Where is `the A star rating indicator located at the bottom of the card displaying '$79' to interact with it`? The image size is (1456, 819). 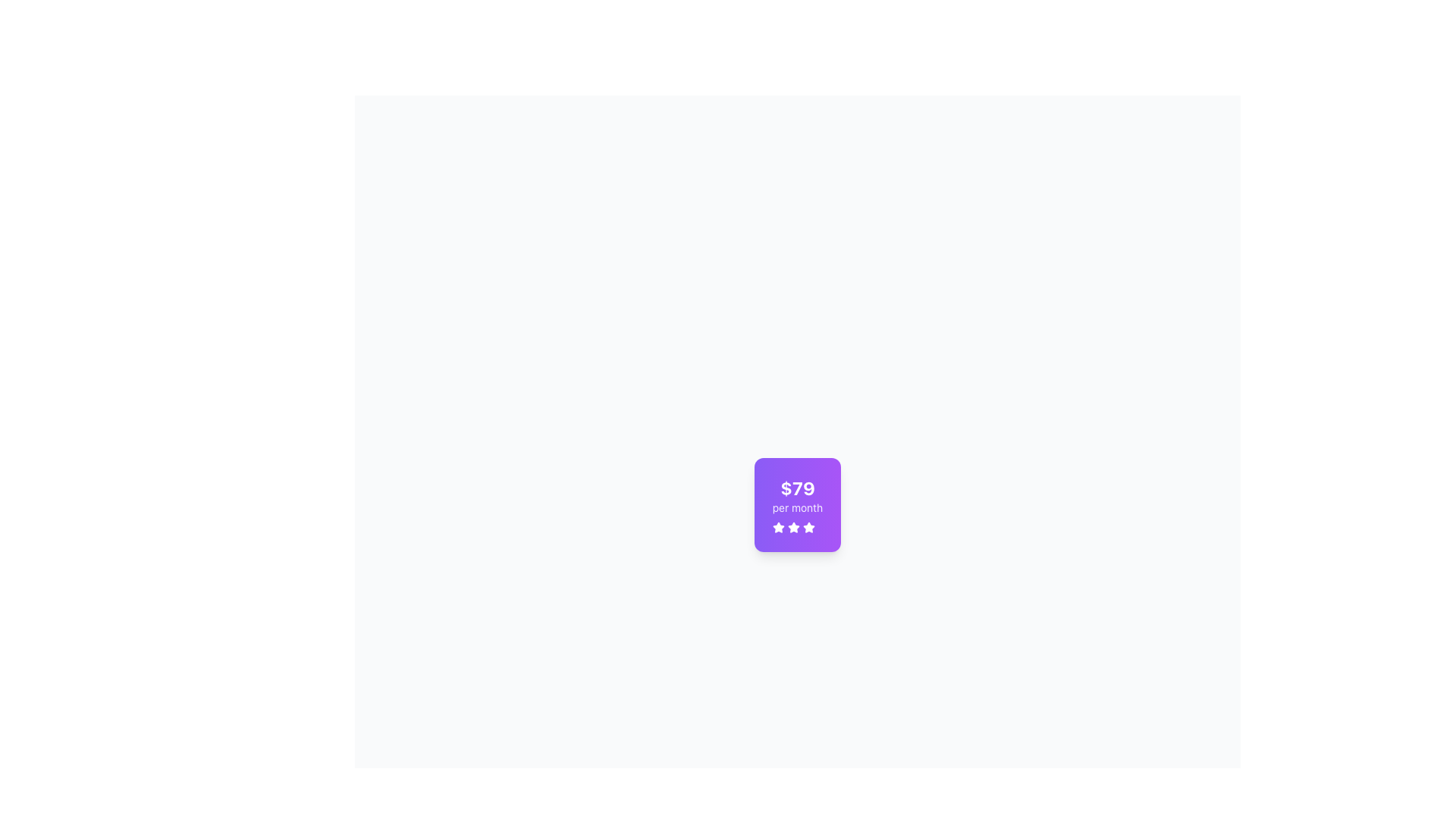 the A star rating indicator located at the bottom of the card displaying '$79' to interact with it is located at coordinates (796, 526).